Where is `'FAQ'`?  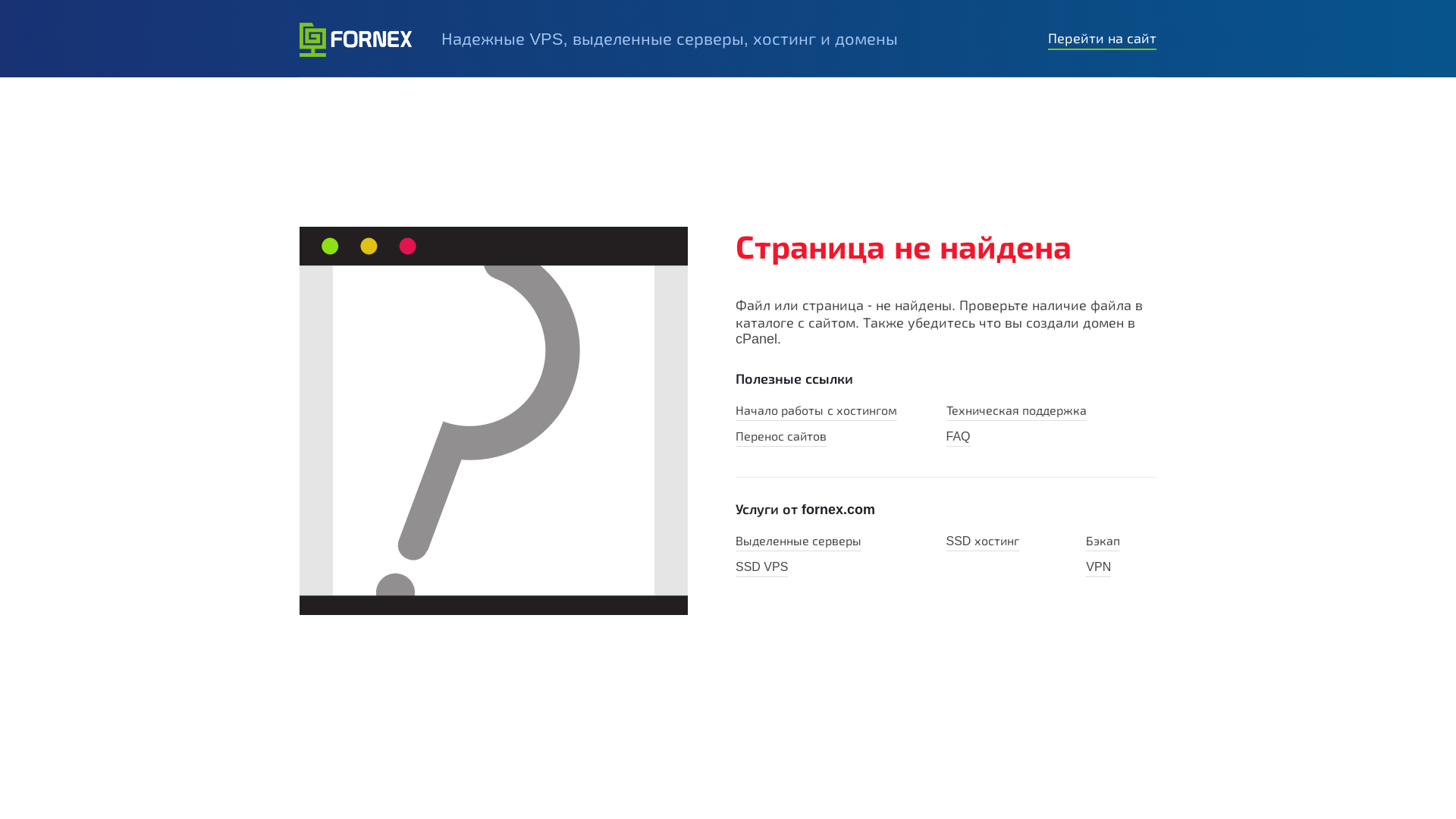
'FAQ' is located at coordinates (957, 438).